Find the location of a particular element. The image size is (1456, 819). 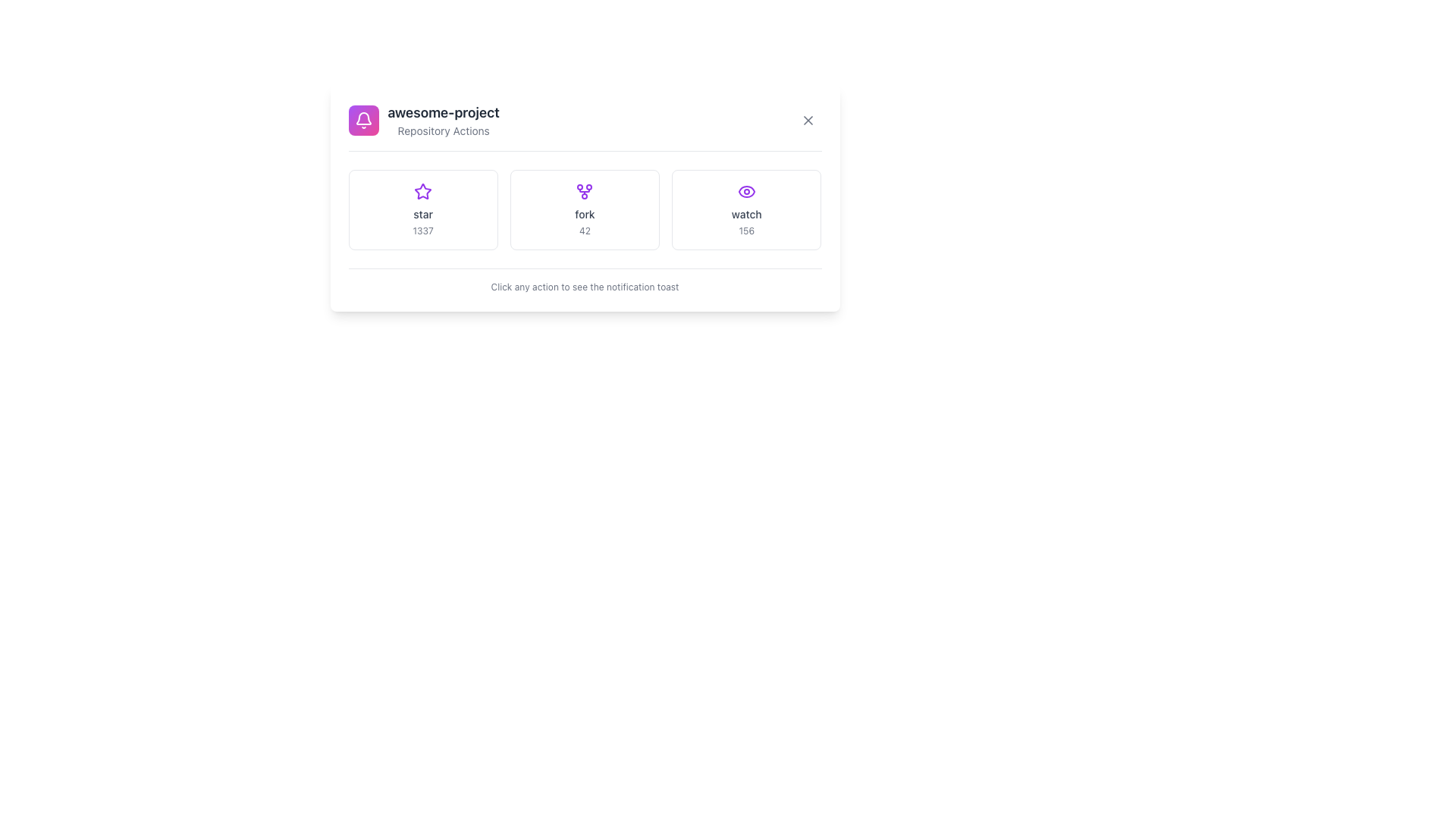

the icon button with a gradient background transitioning from purple to pink, featuring a centered white bell icon is located at coordinates (362, 119).